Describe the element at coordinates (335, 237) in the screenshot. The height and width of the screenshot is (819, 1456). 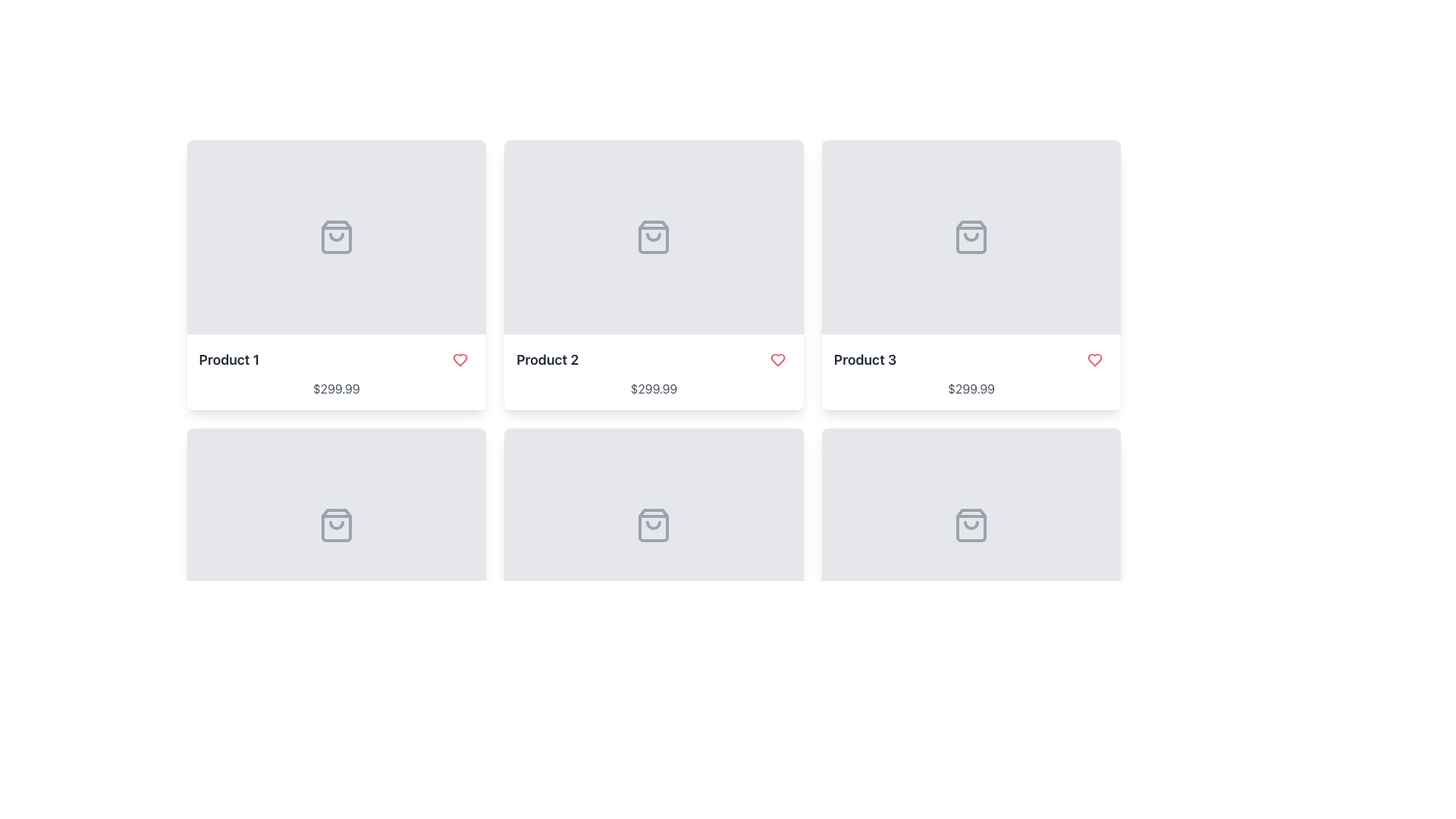
I see `the gray rectangular area containing a centered shopping bag icon in the 'Product 1' card` at that location.